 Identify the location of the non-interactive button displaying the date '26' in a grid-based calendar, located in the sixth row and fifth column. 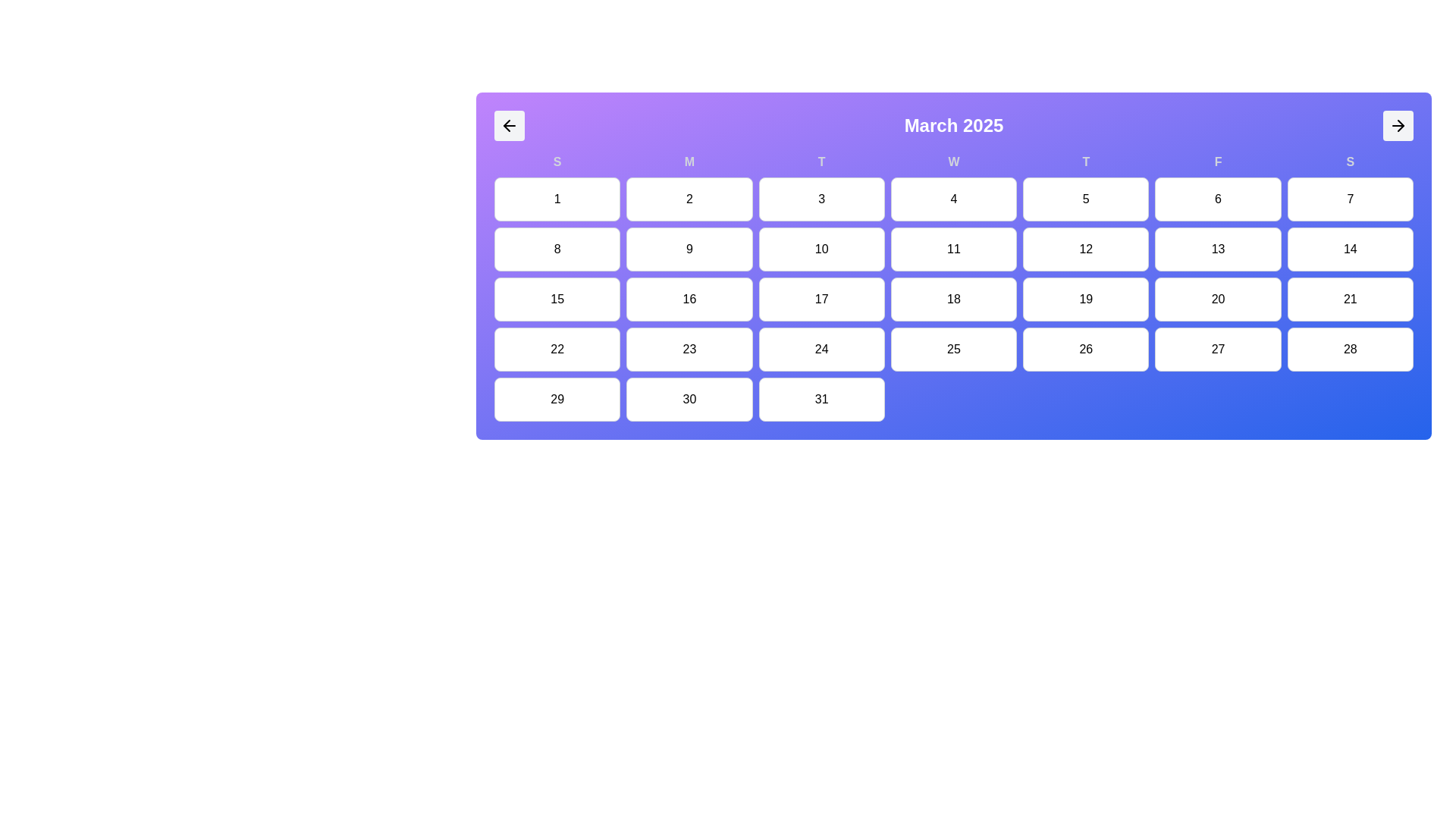
(1085, 350).